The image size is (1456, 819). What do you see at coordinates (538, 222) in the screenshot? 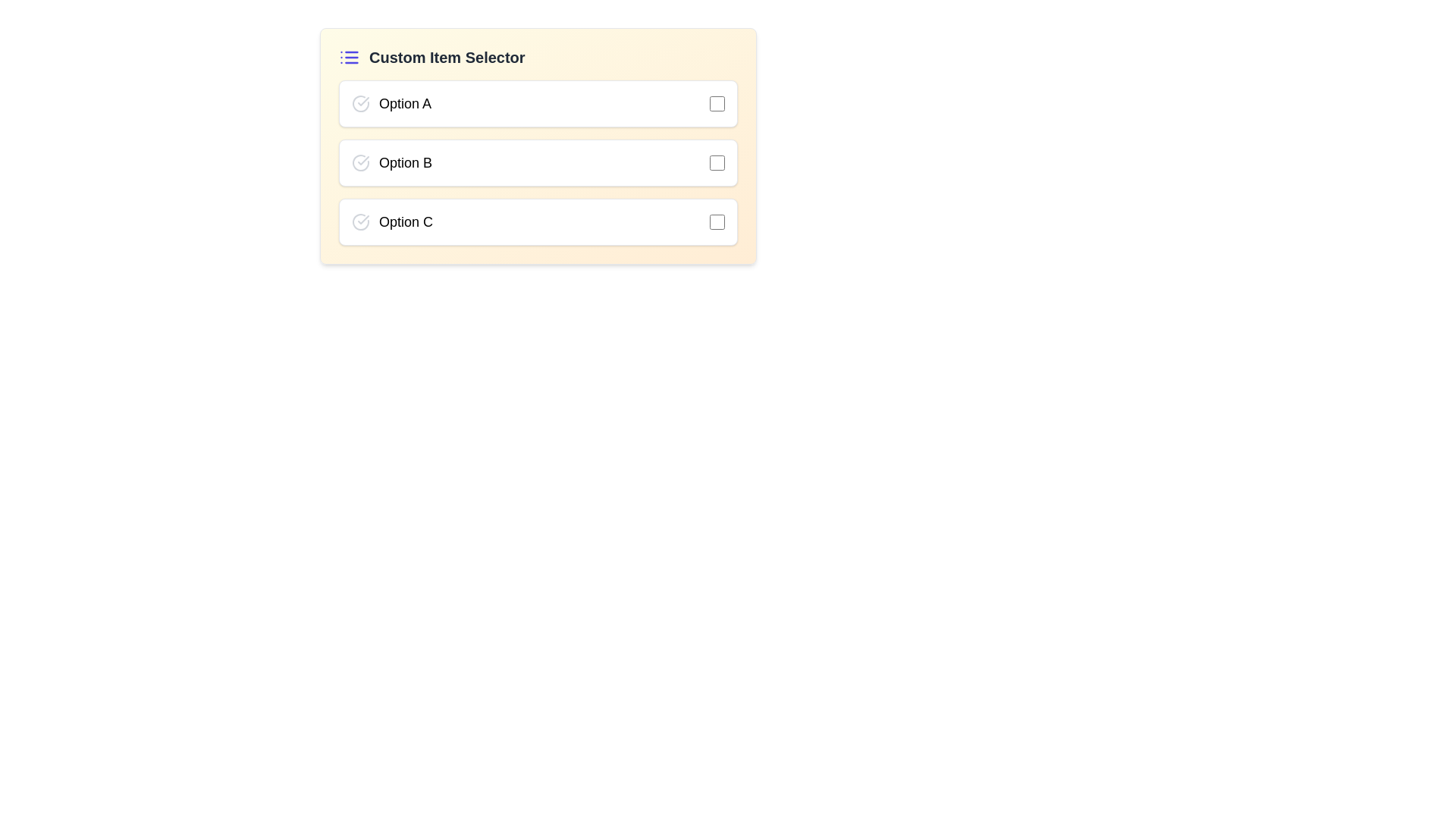
I see `the third list item under the 'Custom Item Selector' section, which includes a checkbox for selection or deselection` at bounding box center [538, 222].